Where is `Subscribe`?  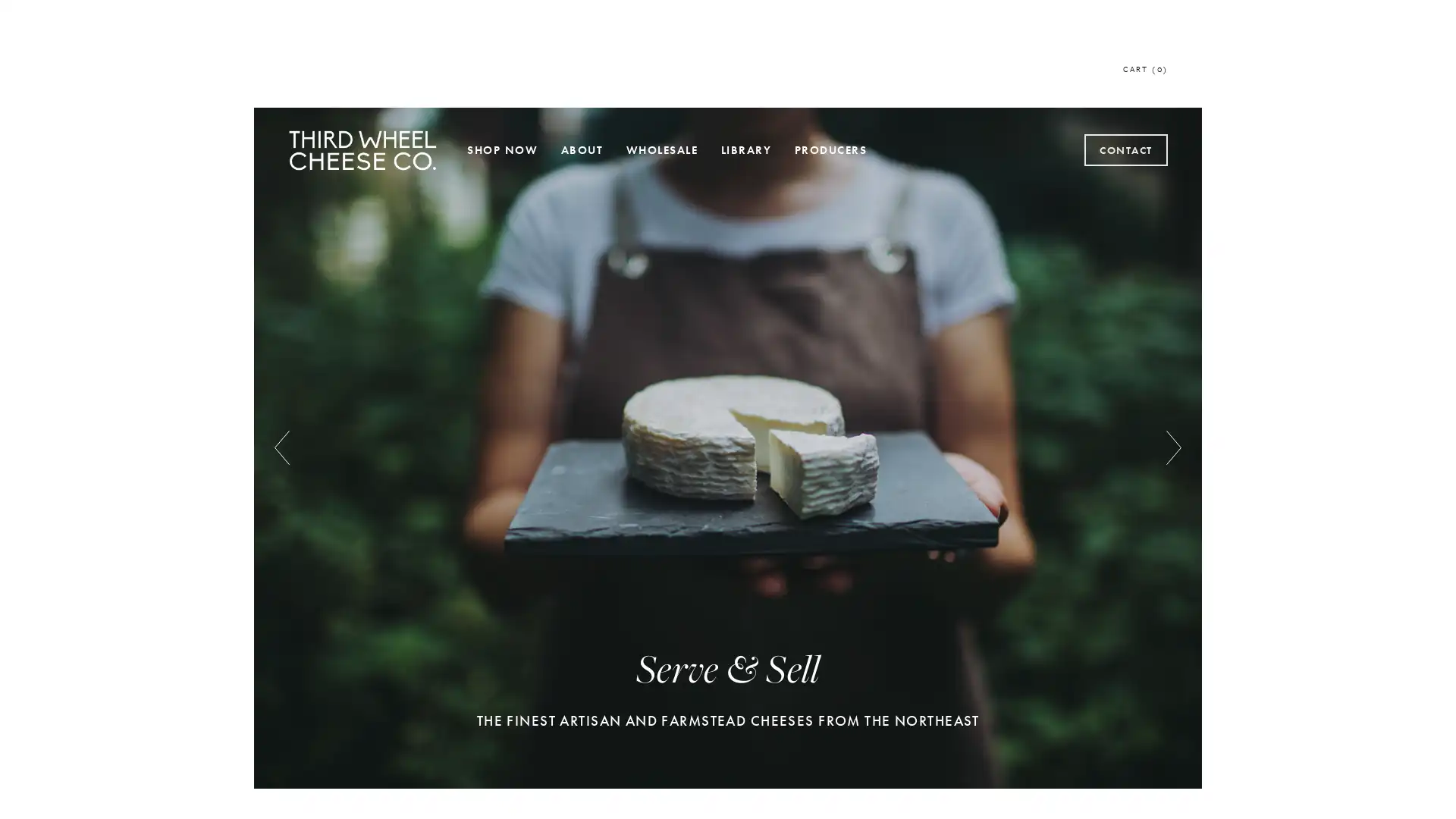
Subscribe is located at coordinates (856, 444).